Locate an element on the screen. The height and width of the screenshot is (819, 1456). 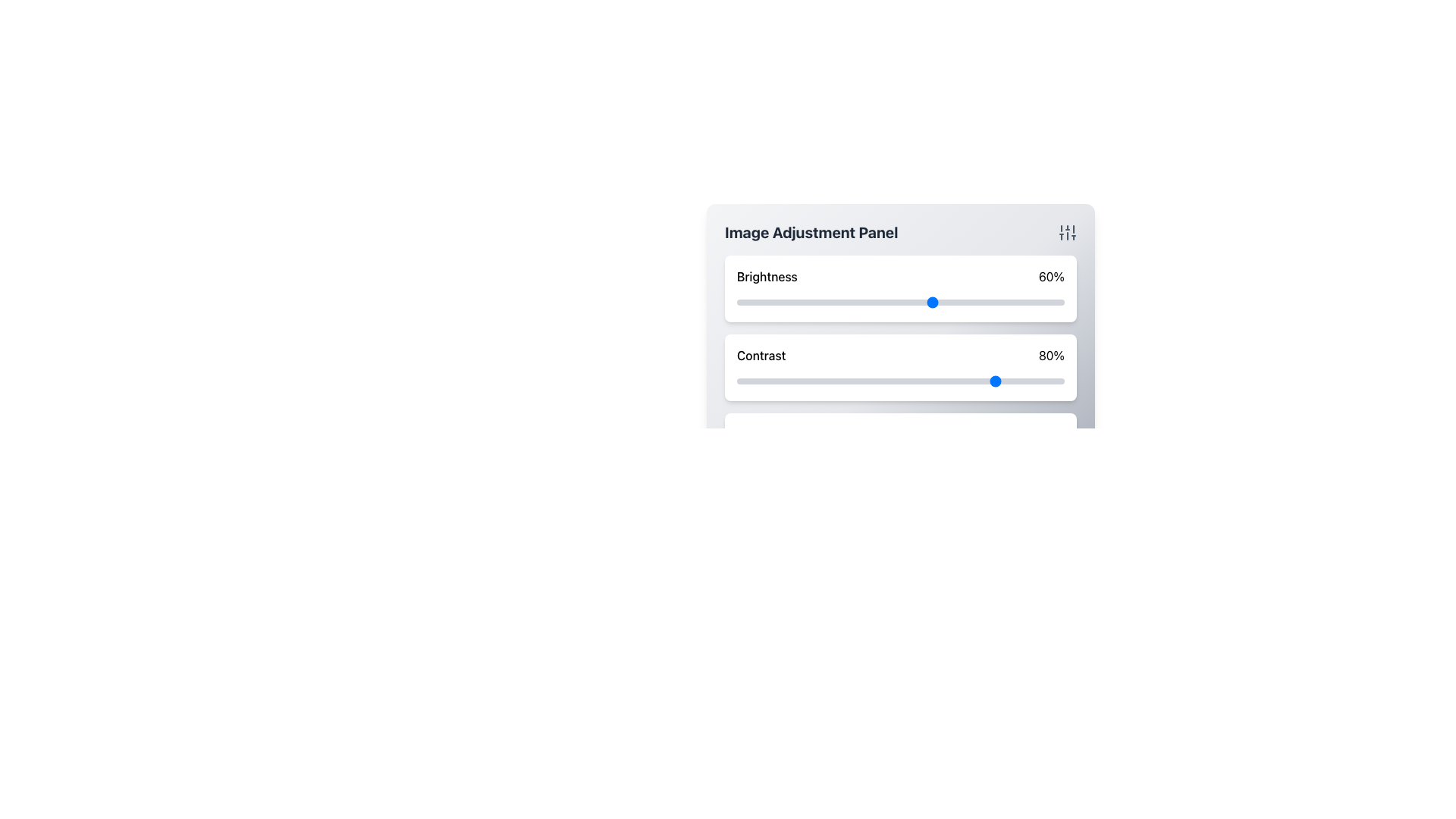
the brightness is located at coordinates (864, 302).